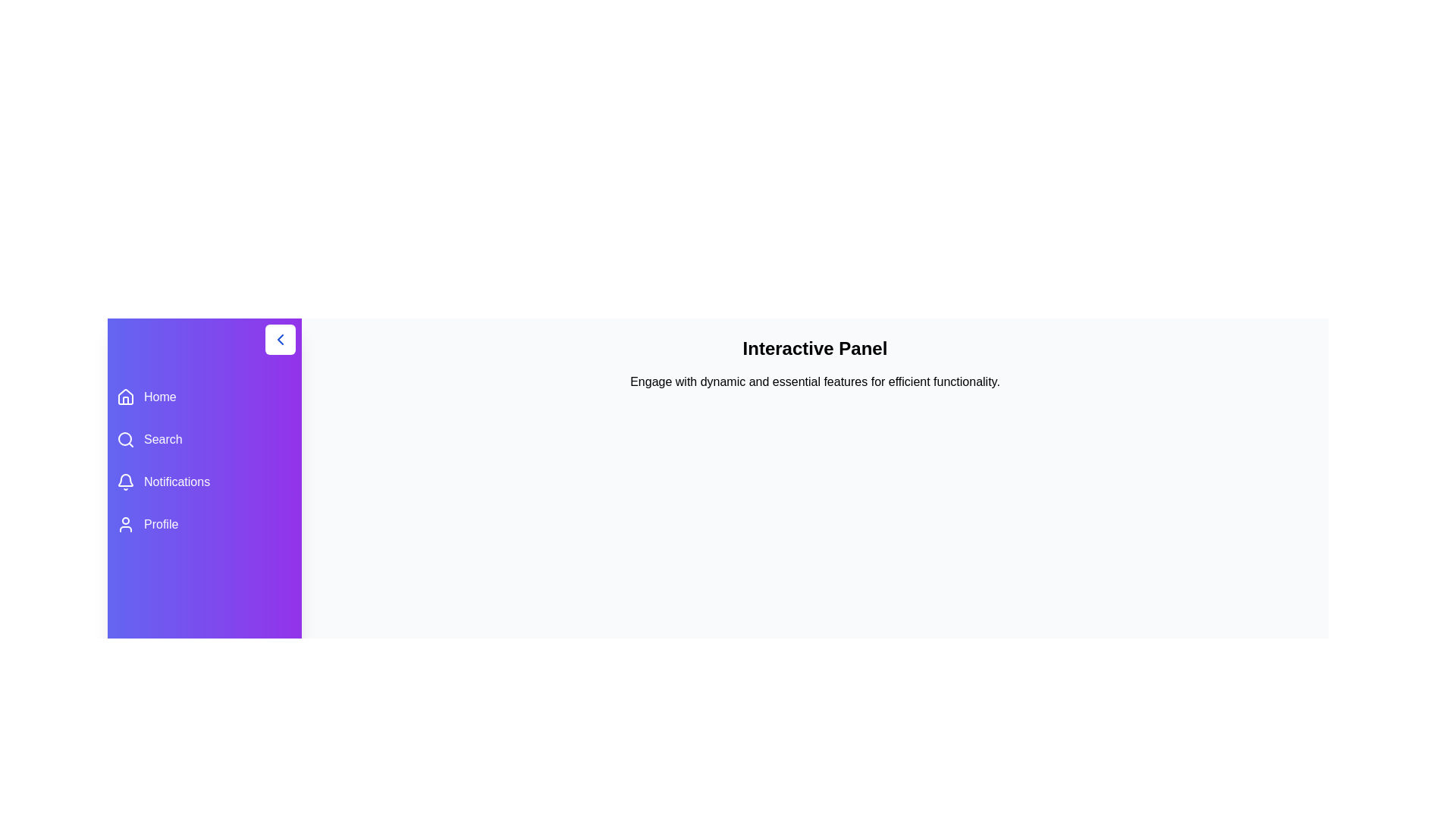  I want to click on the menu item Profile to view its hover effect, so click(203, 523).